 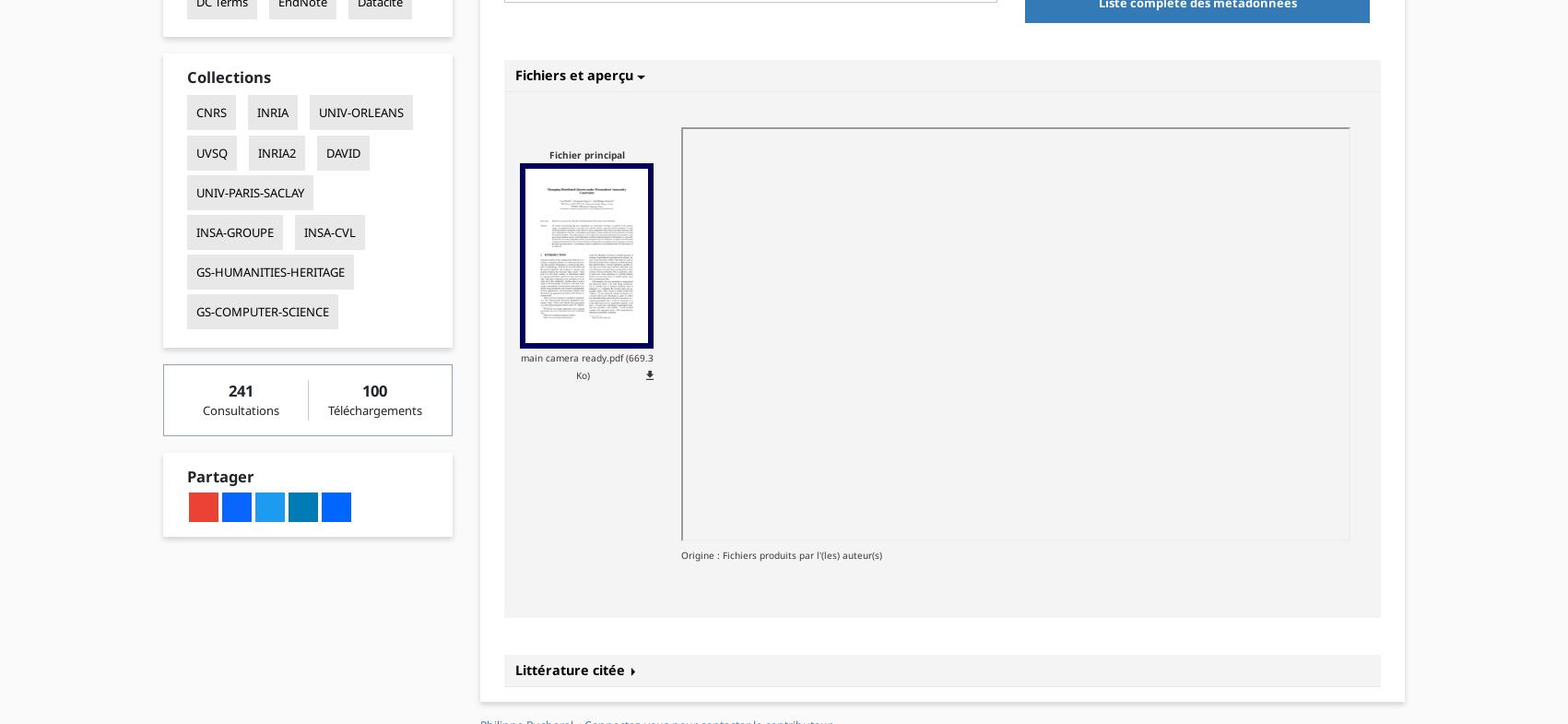 I want to click on '100', so click(x=360, y=389).